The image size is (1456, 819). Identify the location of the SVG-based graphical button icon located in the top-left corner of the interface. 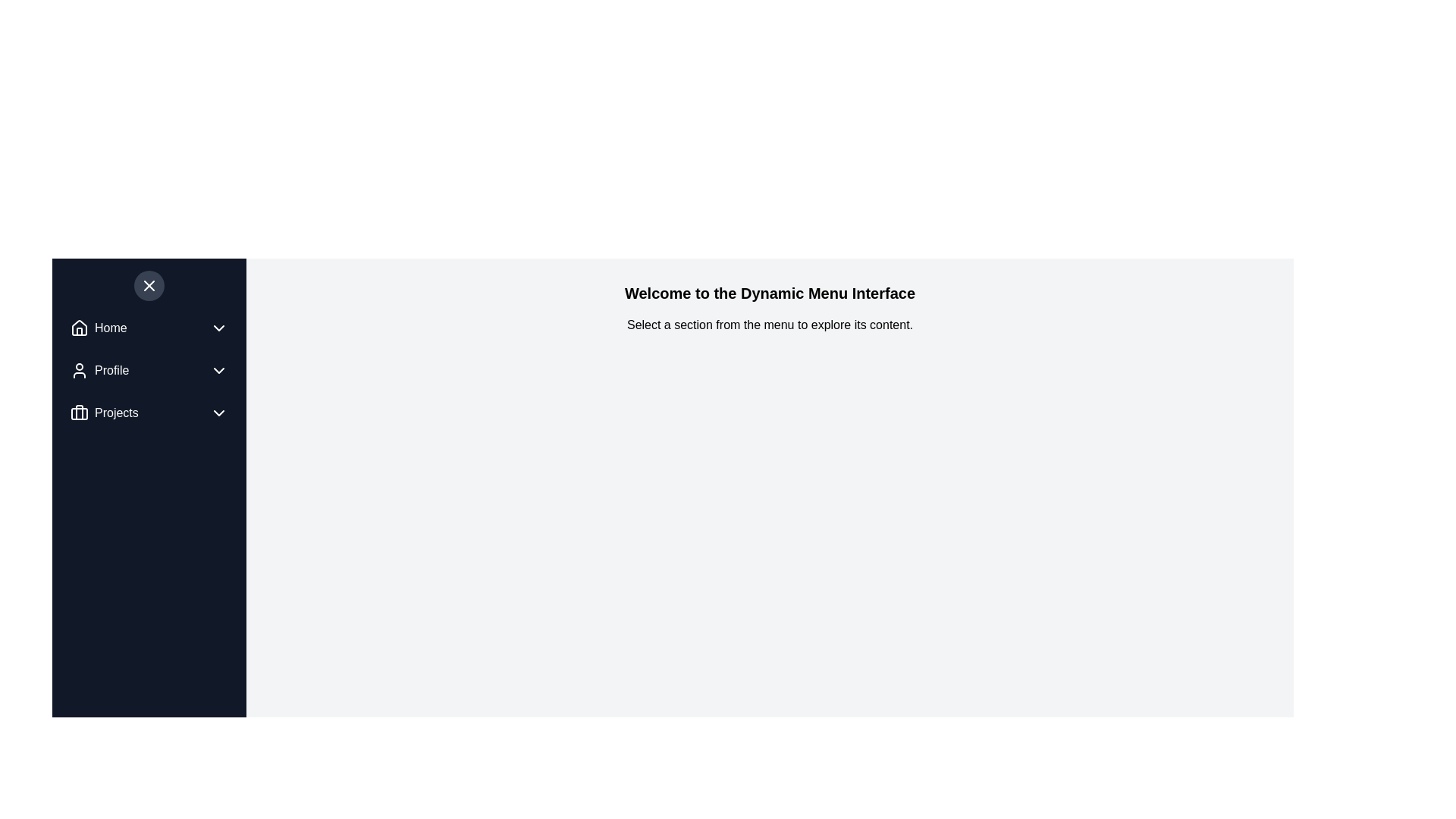
(149, 286).